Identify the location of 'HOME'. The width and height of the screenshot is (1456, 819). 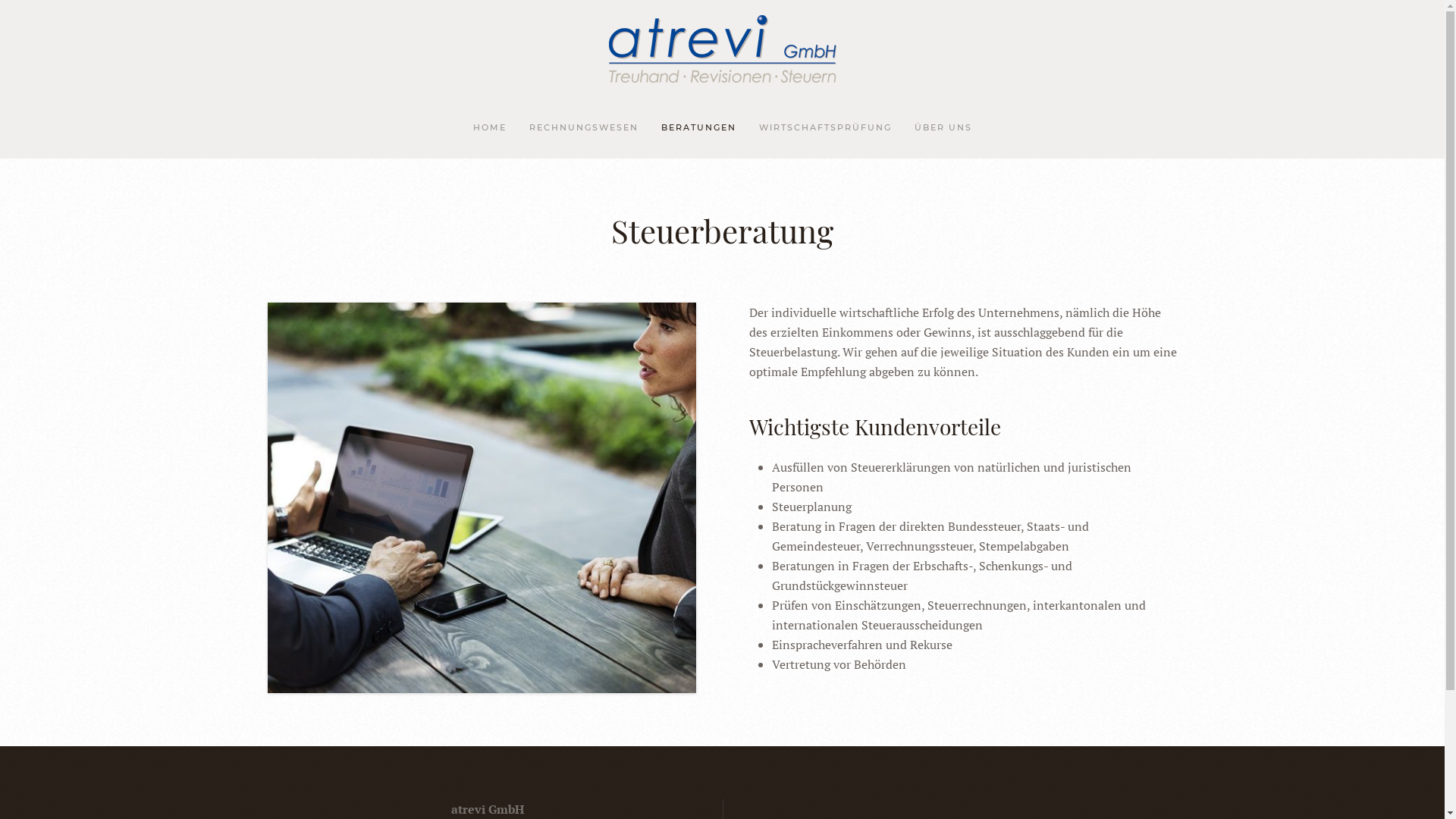
(488, 127).